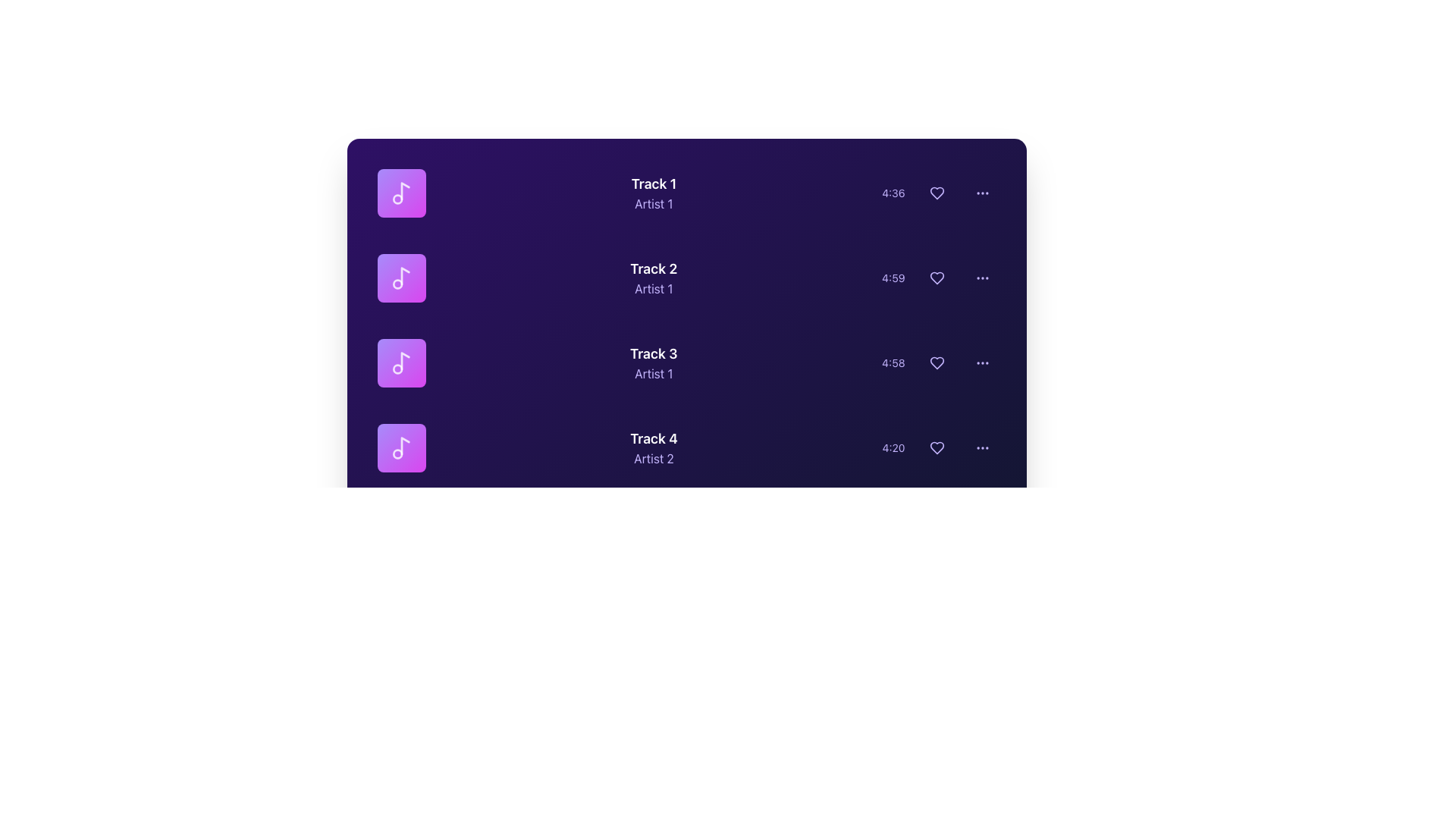  What do you see at coordinates (936, 192) in the screenshot?
I see `the heart icon button outlined in violet` at bounding box center [936, 192].